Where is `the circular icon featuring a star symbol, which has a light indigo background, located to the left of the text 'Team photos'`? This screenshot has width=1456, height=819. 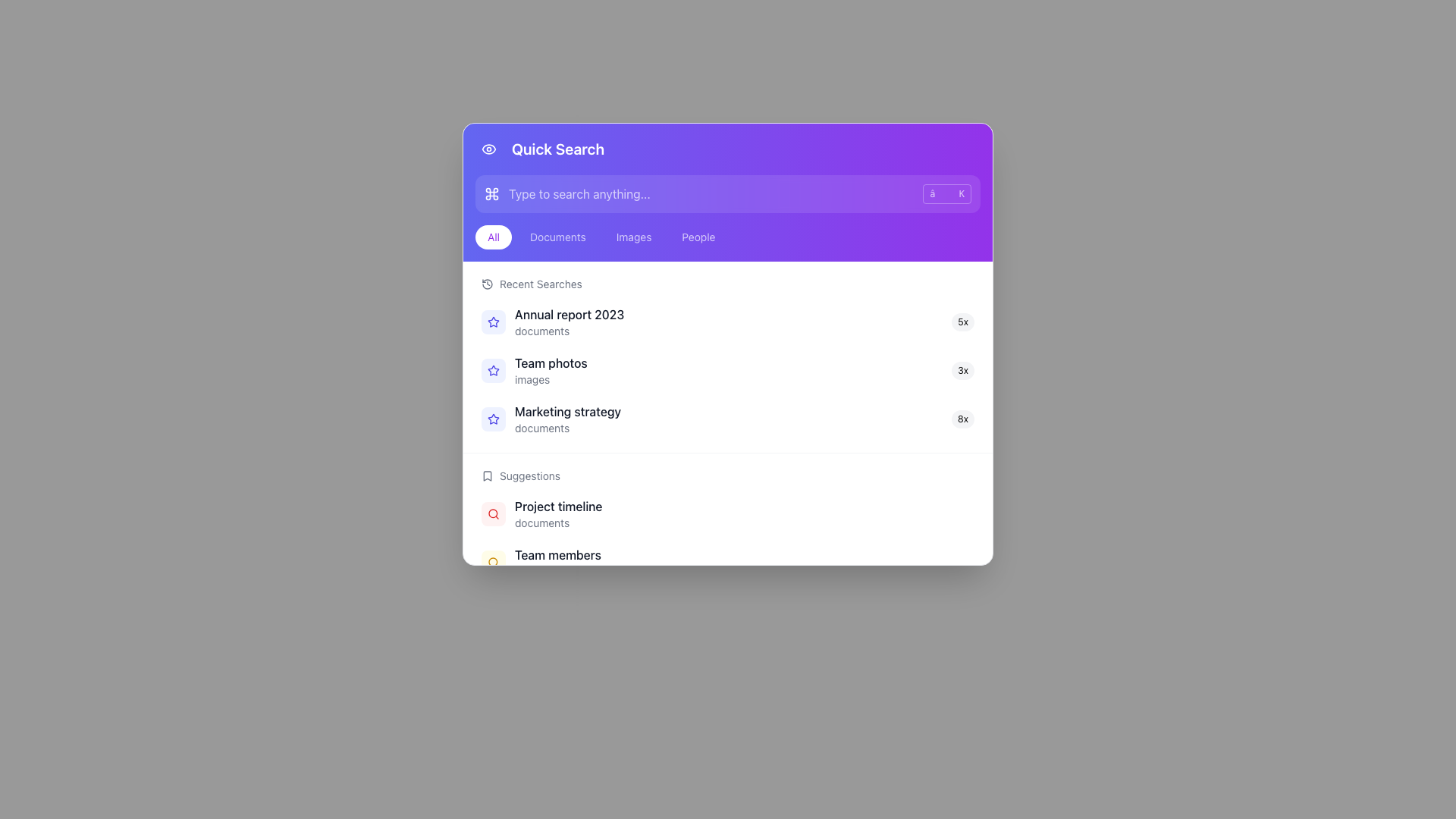 the circular icon featuring a star symbol, which has a light indigo background, located to the left of the text 'Team photos' is located at coordinates (494, 371).